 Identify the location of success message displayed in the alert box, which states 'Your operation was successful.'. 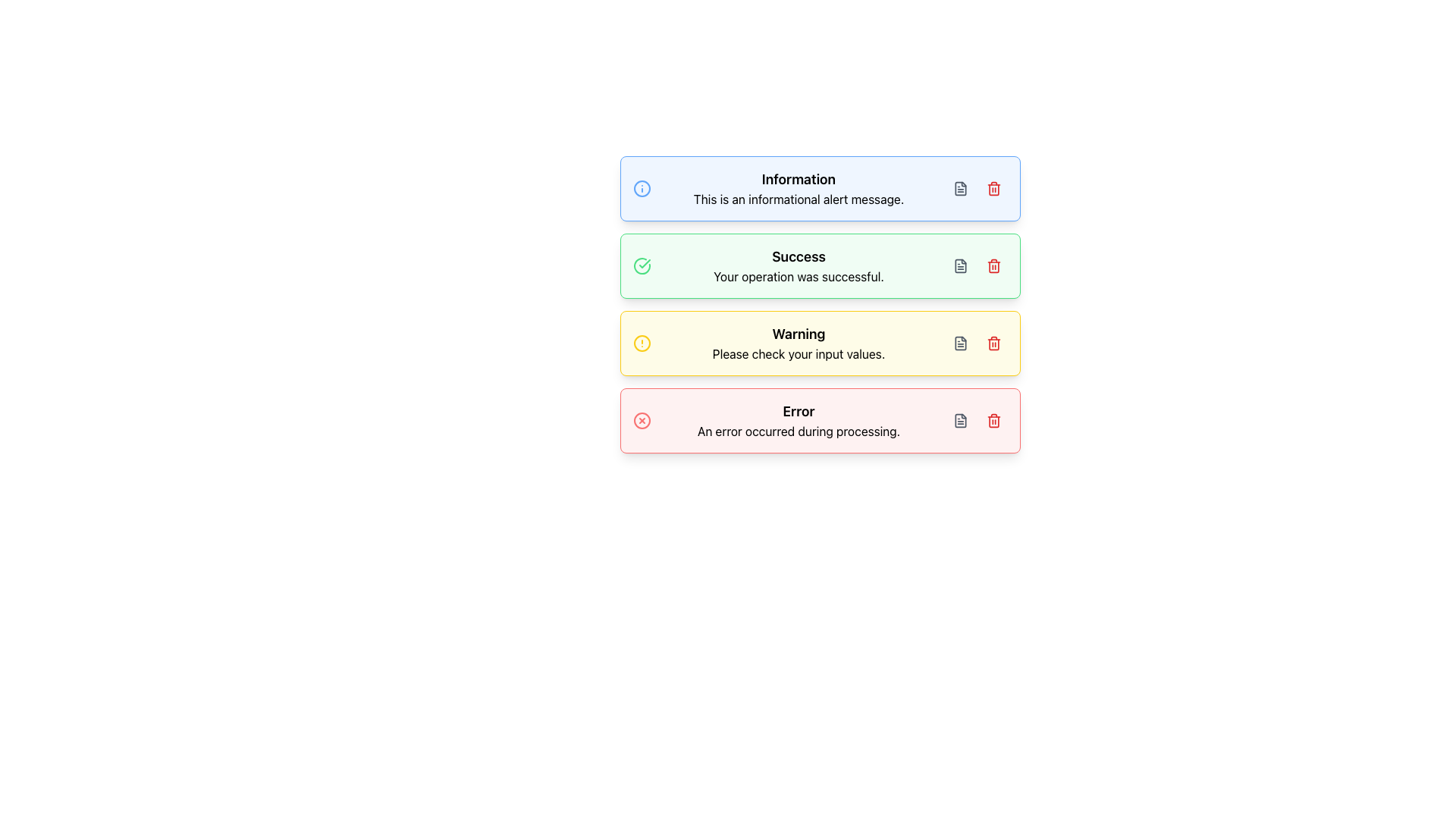
(798, 277).